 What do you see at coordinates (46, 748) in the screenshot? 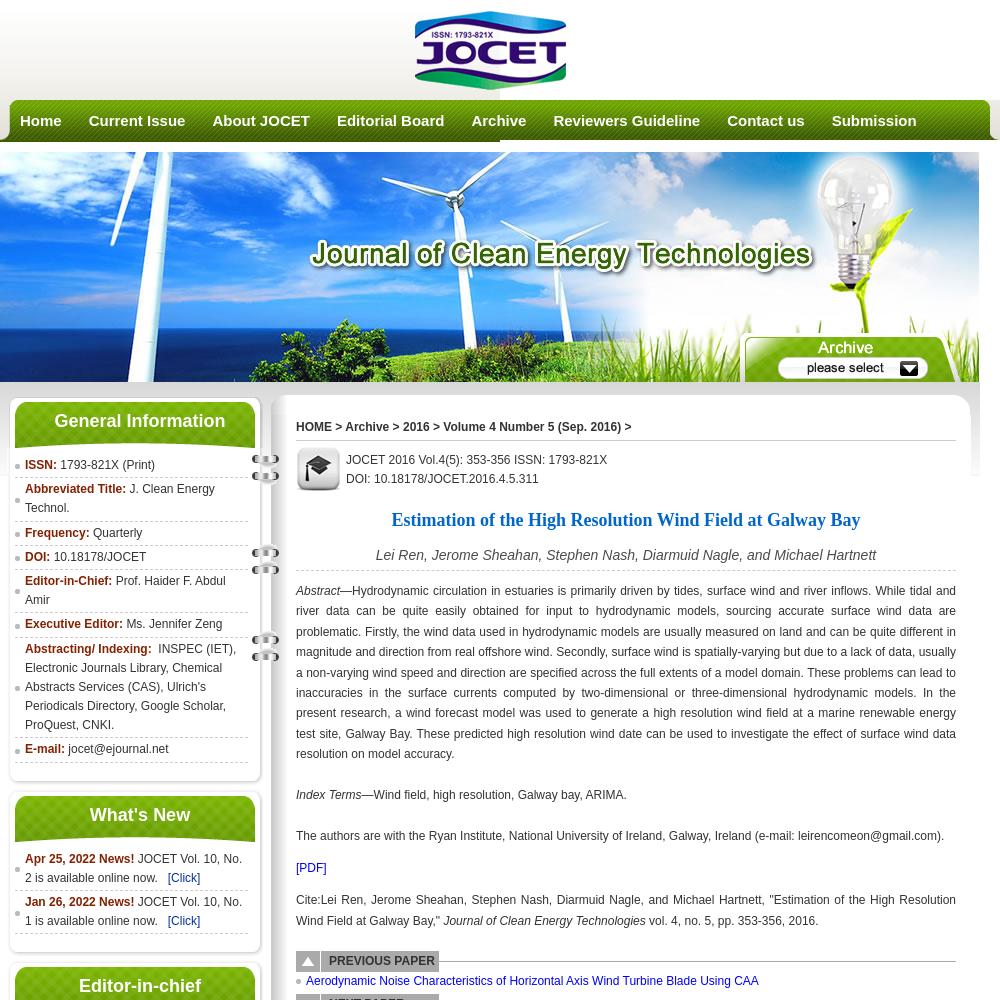
I see `'E-mail:'` at bounding box center [46, 748].